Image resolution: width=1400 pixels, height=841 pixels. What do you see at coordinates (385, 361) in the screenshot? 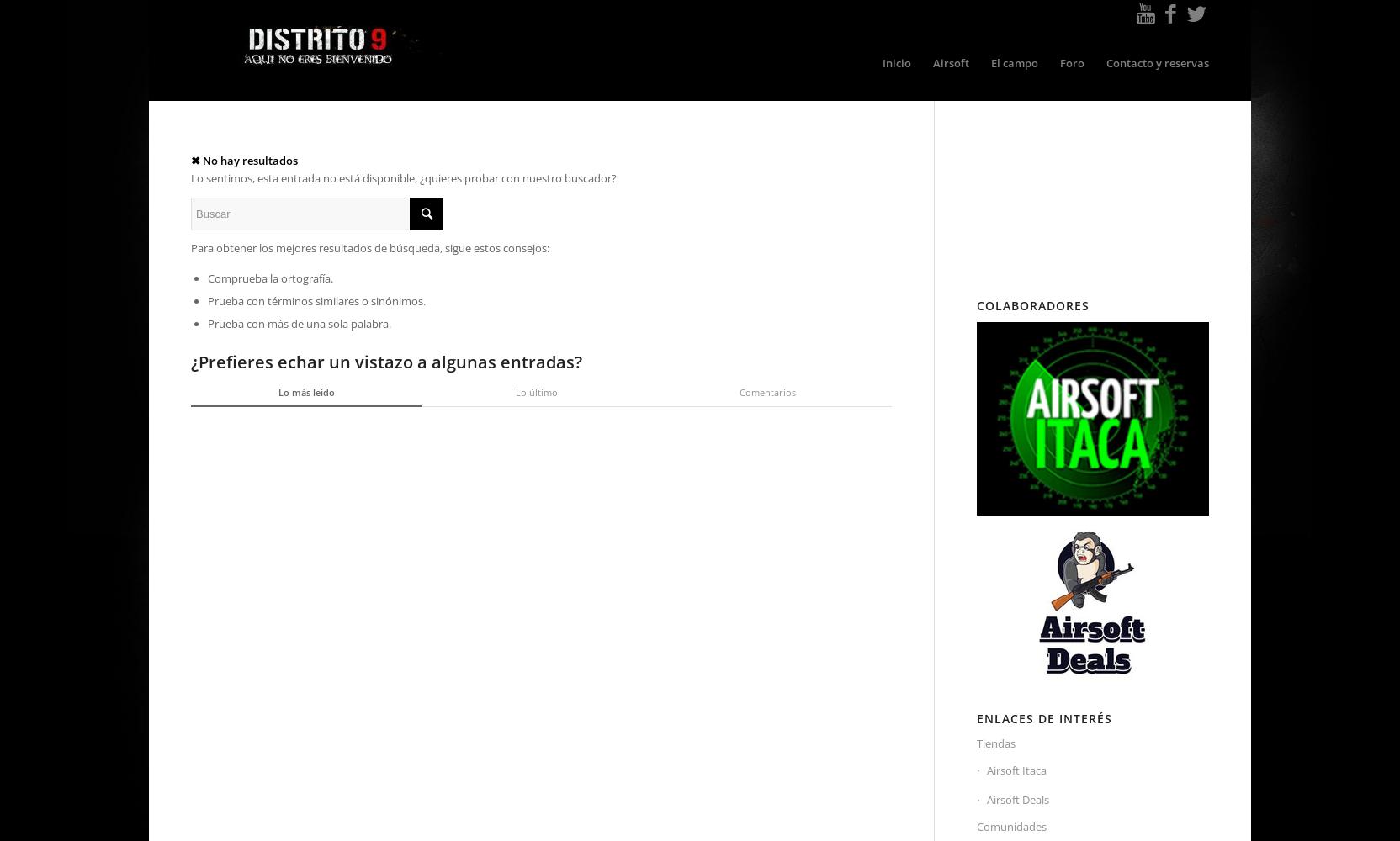
I see `'¿Prefieres echar un vistazo a algunas entradas?'` at bounding box center [385, 361].